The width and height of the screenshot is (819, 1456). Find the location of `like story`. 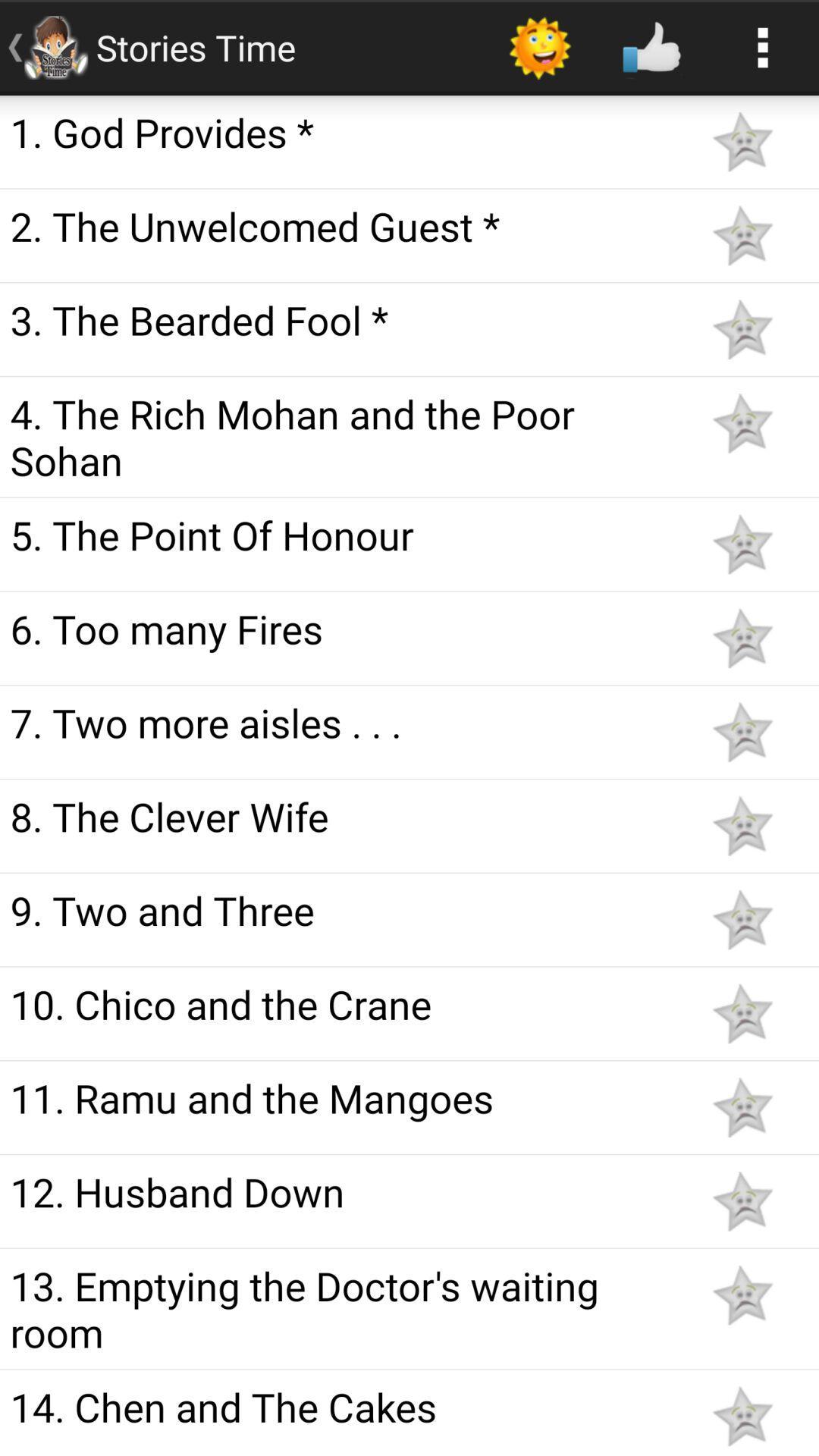

like story is located at coordinates (742, 423).